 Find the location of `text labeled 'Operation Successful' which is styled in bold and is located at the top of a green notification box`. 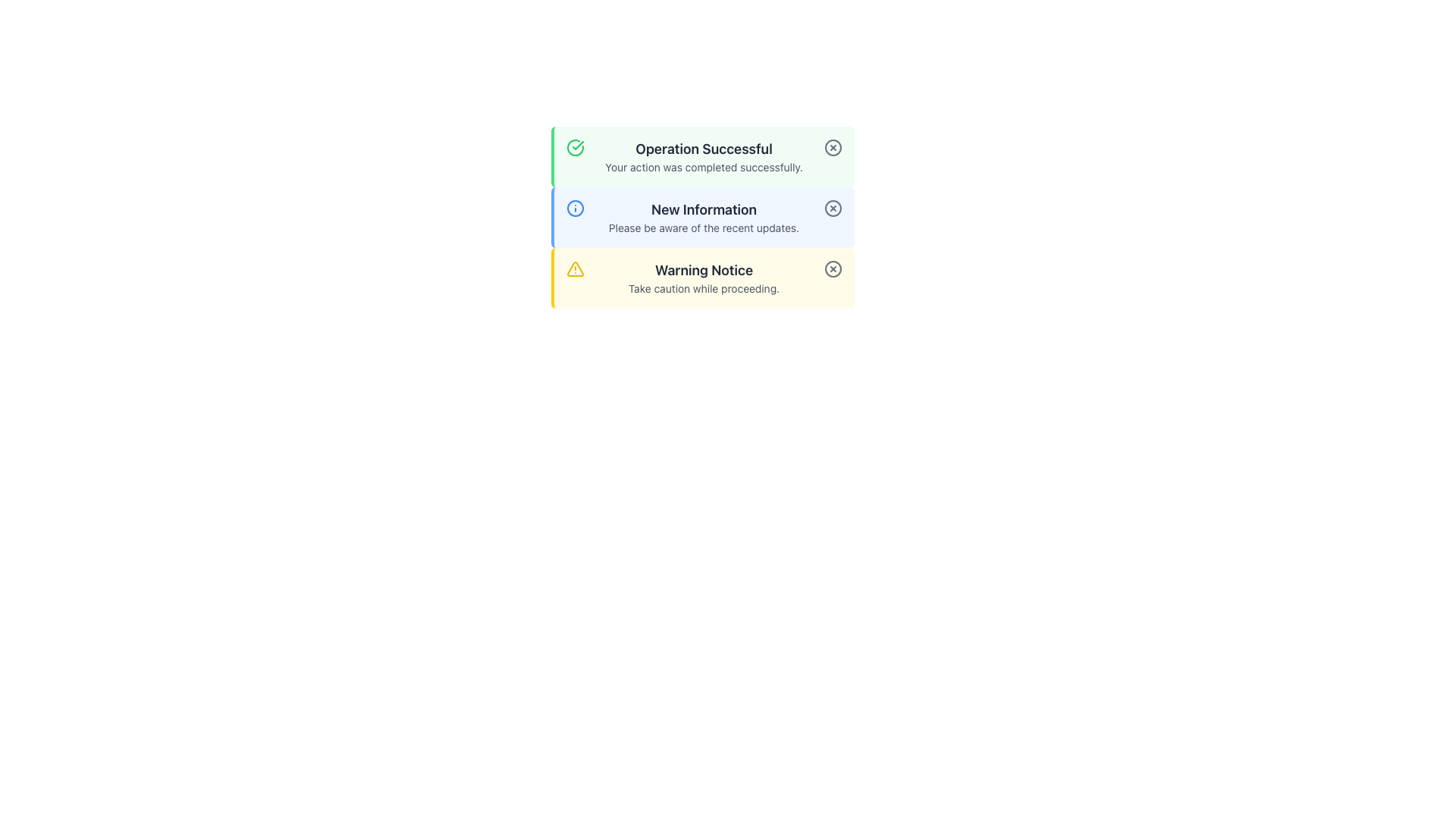

text labeled 'Operation Successful' which is styled in bold and is located at the top of a green notification box is located at coordinates (703, 149).